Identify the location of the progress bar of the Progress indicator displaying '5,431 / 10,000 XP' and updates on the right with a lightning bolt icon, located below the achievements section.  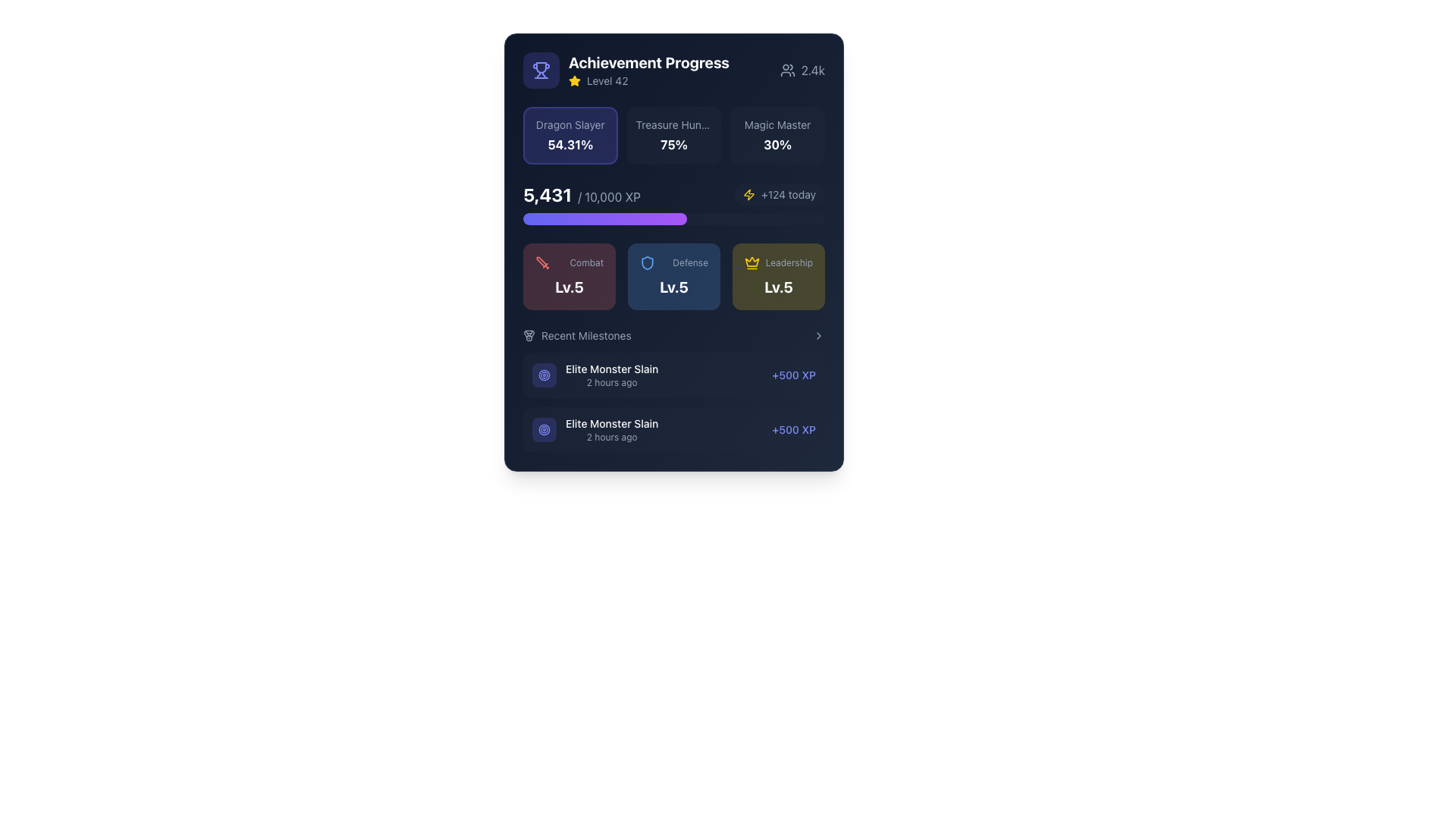
(673, 203).